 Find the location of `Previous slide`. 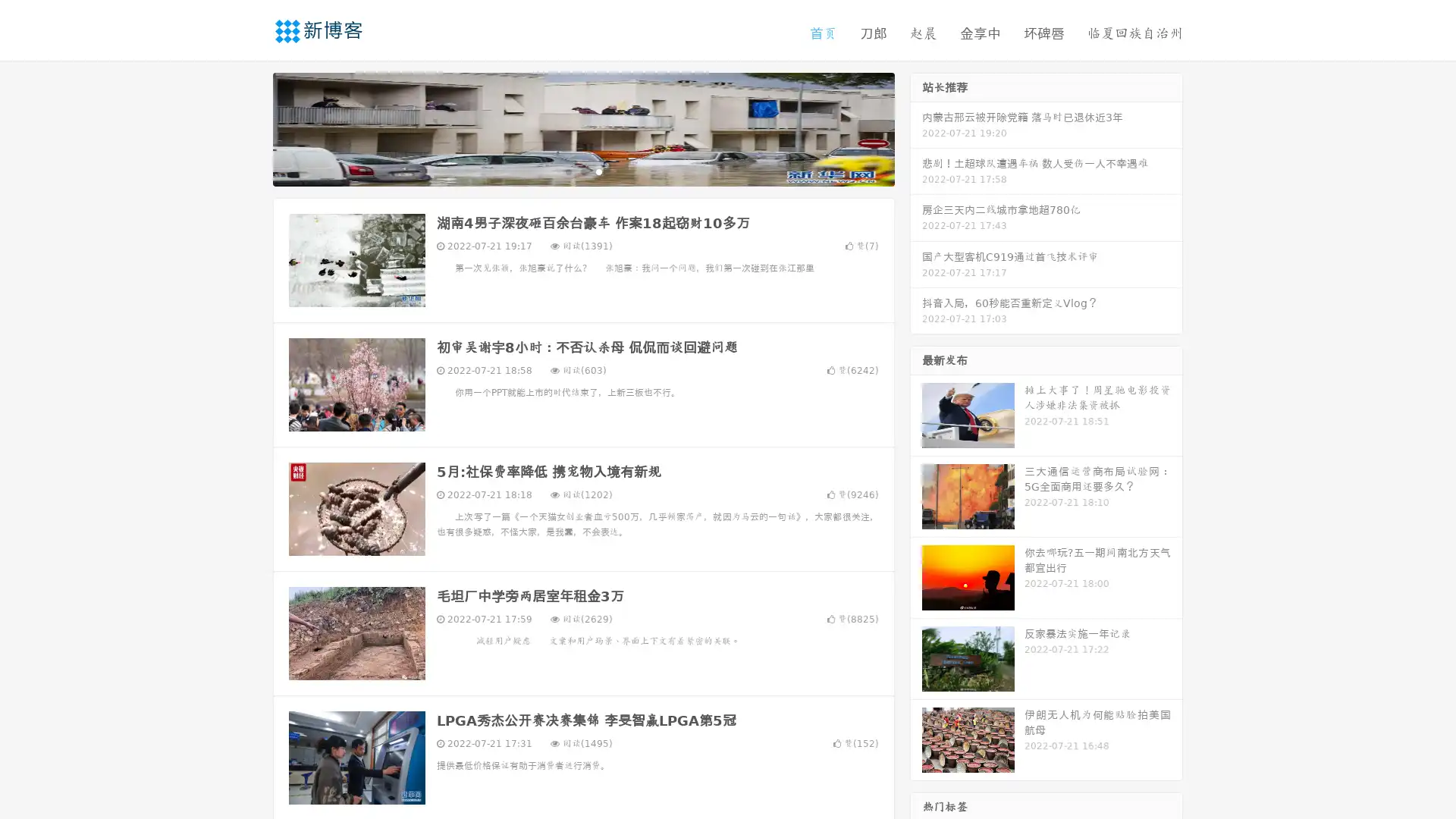

Previous slide is located at coordinates (250, 127).